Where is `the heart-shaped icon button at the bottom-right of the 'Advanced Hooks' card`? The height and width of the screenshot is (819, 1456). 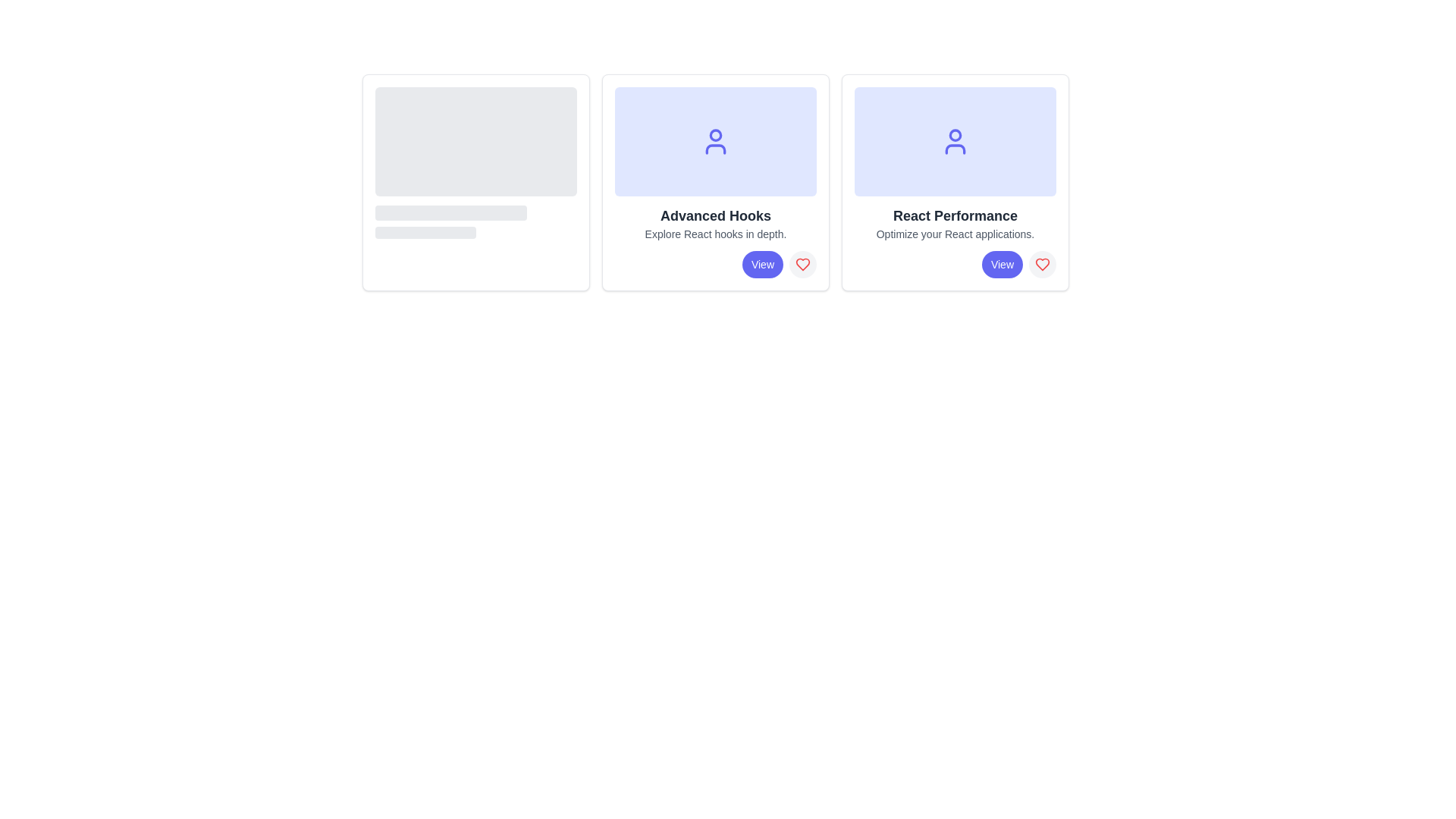
the heart-shaped icon button at the bottom-right of the 'Advanced Hooks' card is located at coordinates (802, 263).